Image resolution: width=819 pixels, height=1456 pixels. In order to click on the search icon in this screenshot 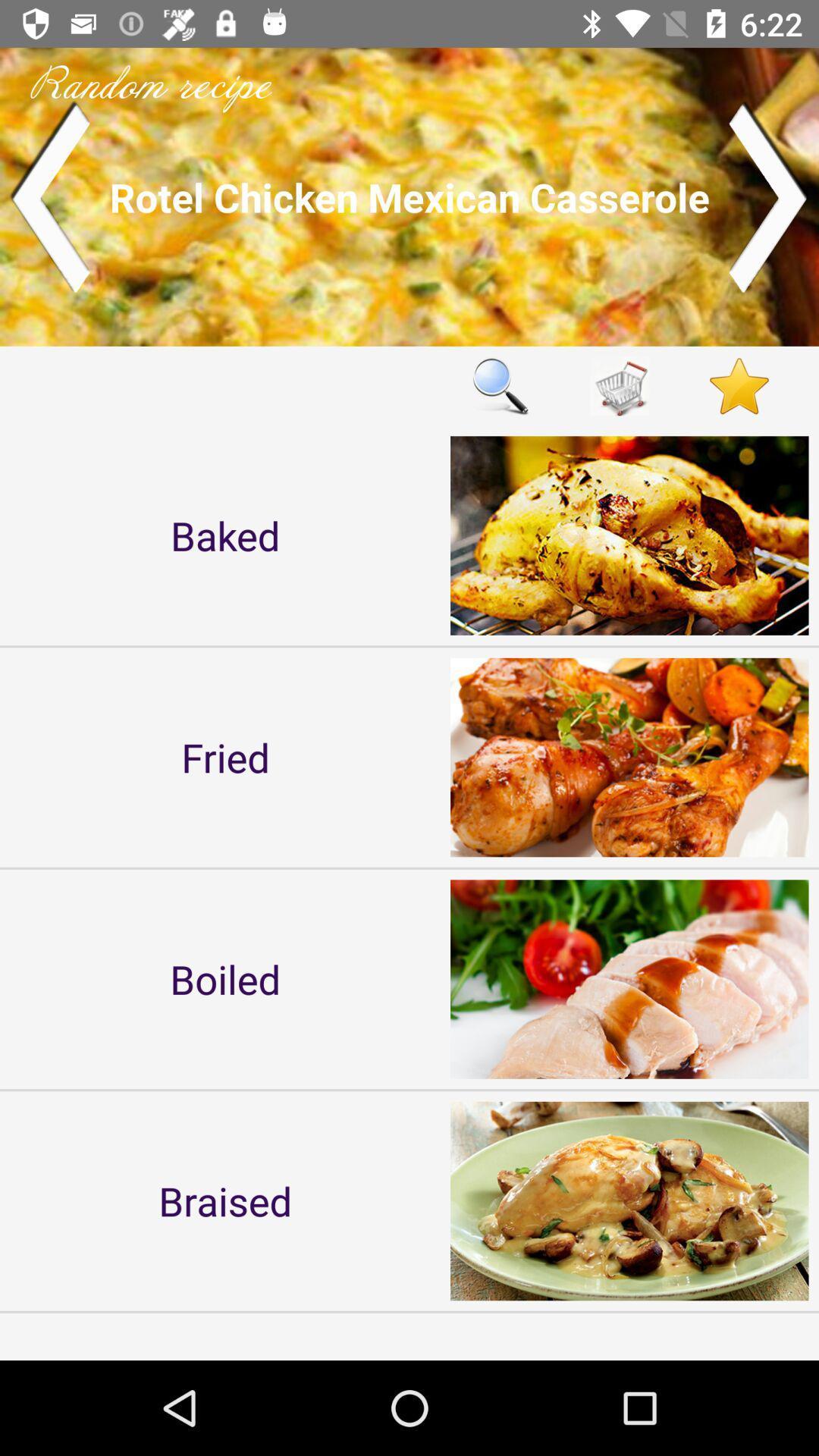, I will do `click(500, 386)`.